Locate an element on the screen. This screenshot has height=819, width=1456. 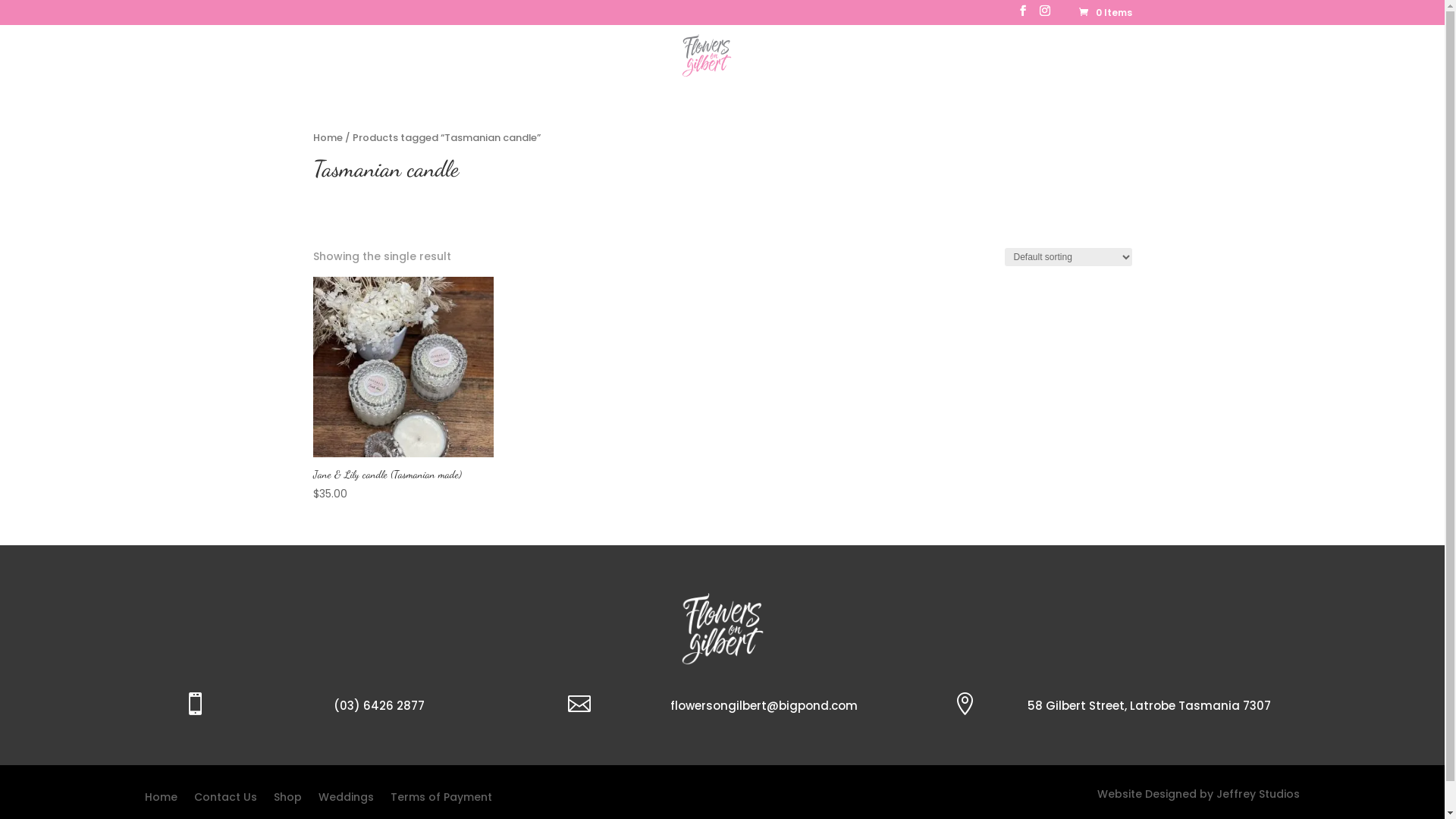
'Home' is located at coordinates (552, 67).